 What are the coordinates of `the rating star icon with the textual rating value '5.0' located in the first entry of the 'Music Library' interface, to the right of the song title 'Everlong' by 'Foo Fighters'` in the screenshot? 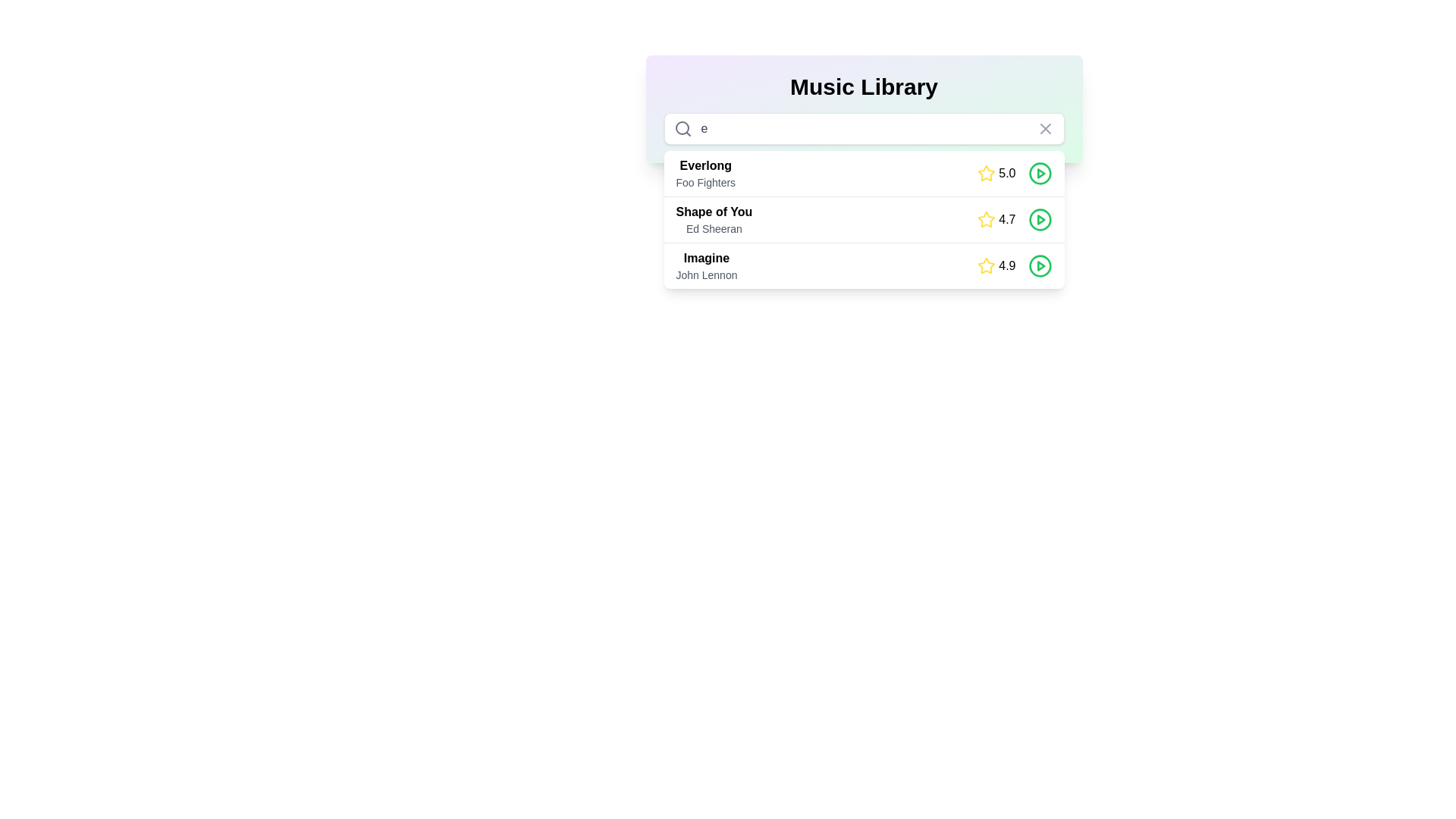 It's located at (1015, 172).